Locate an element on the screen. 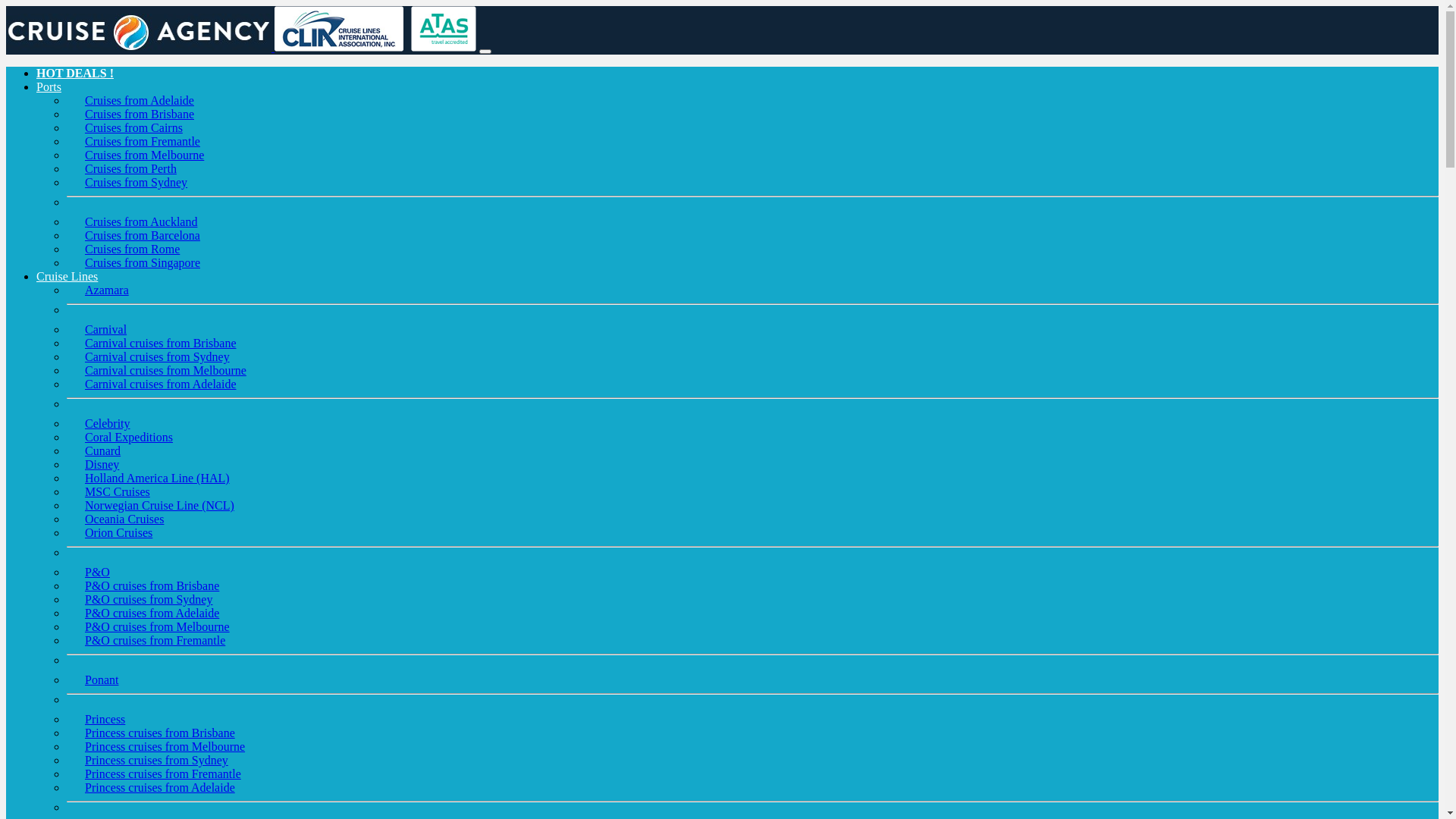 This screenshot has height=819, width=1456. 'Cruise Lines' is located at coordinates (36, 276).